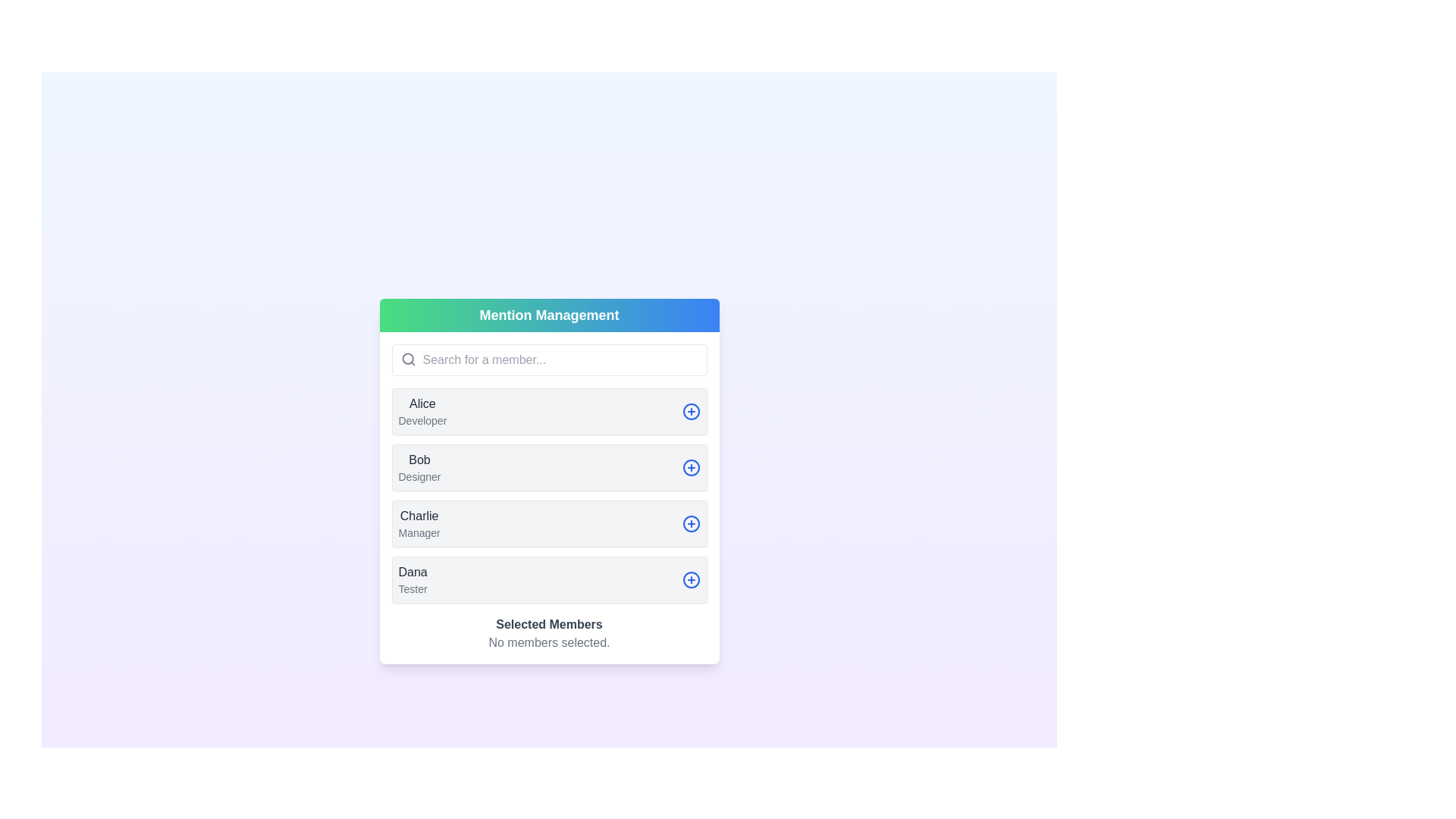 The height and width of the screenshot is (819, 1456). Describe the element at coordinates (422, 403) in the screenshot. I see `the text label displaying 'Alice' in the Mention Management dialog, which is aligned to the top-left corner and above 'Developer'` at that location.